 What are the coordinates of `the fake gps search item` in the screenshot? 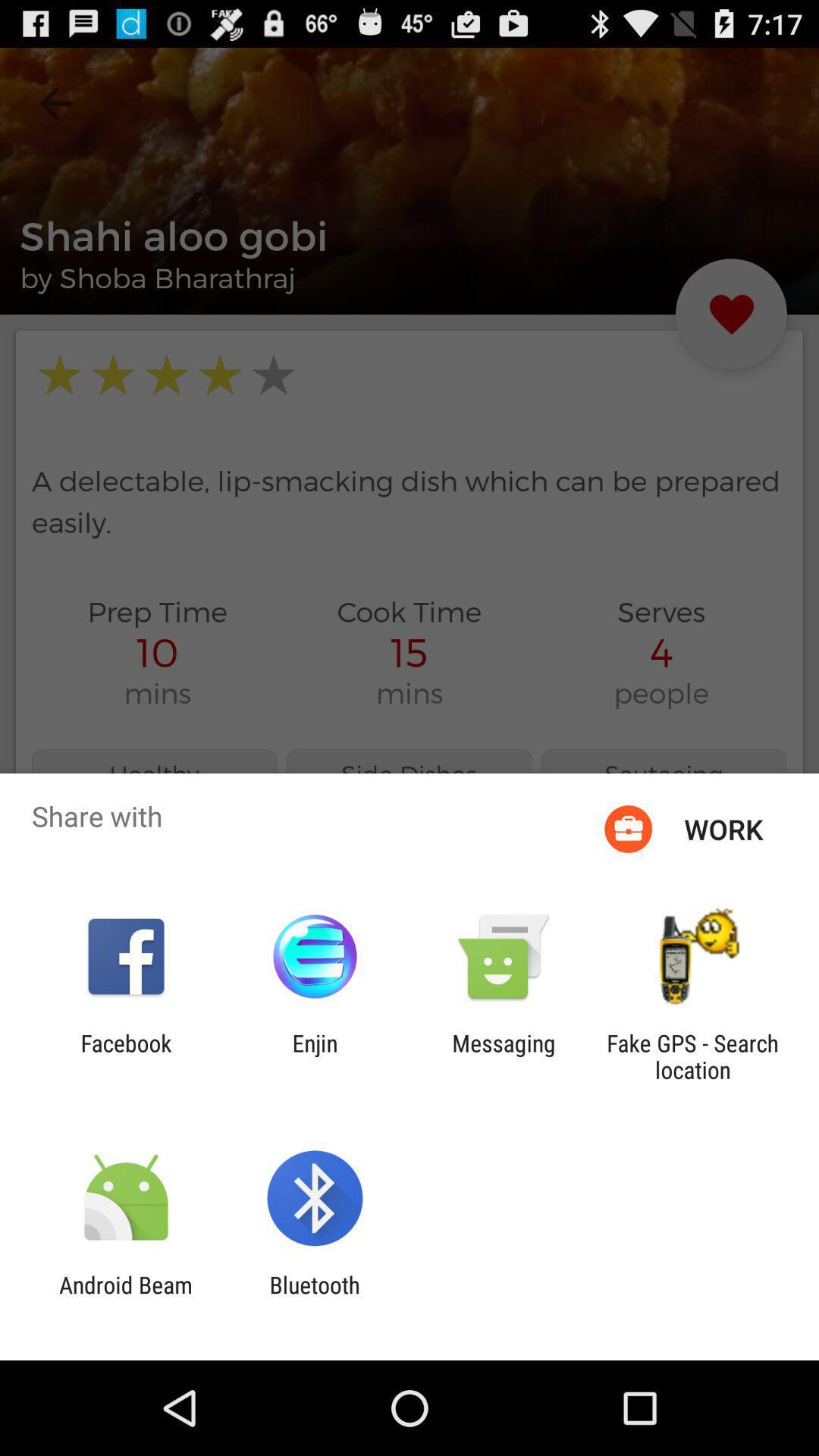 It's located at (692, 1056).